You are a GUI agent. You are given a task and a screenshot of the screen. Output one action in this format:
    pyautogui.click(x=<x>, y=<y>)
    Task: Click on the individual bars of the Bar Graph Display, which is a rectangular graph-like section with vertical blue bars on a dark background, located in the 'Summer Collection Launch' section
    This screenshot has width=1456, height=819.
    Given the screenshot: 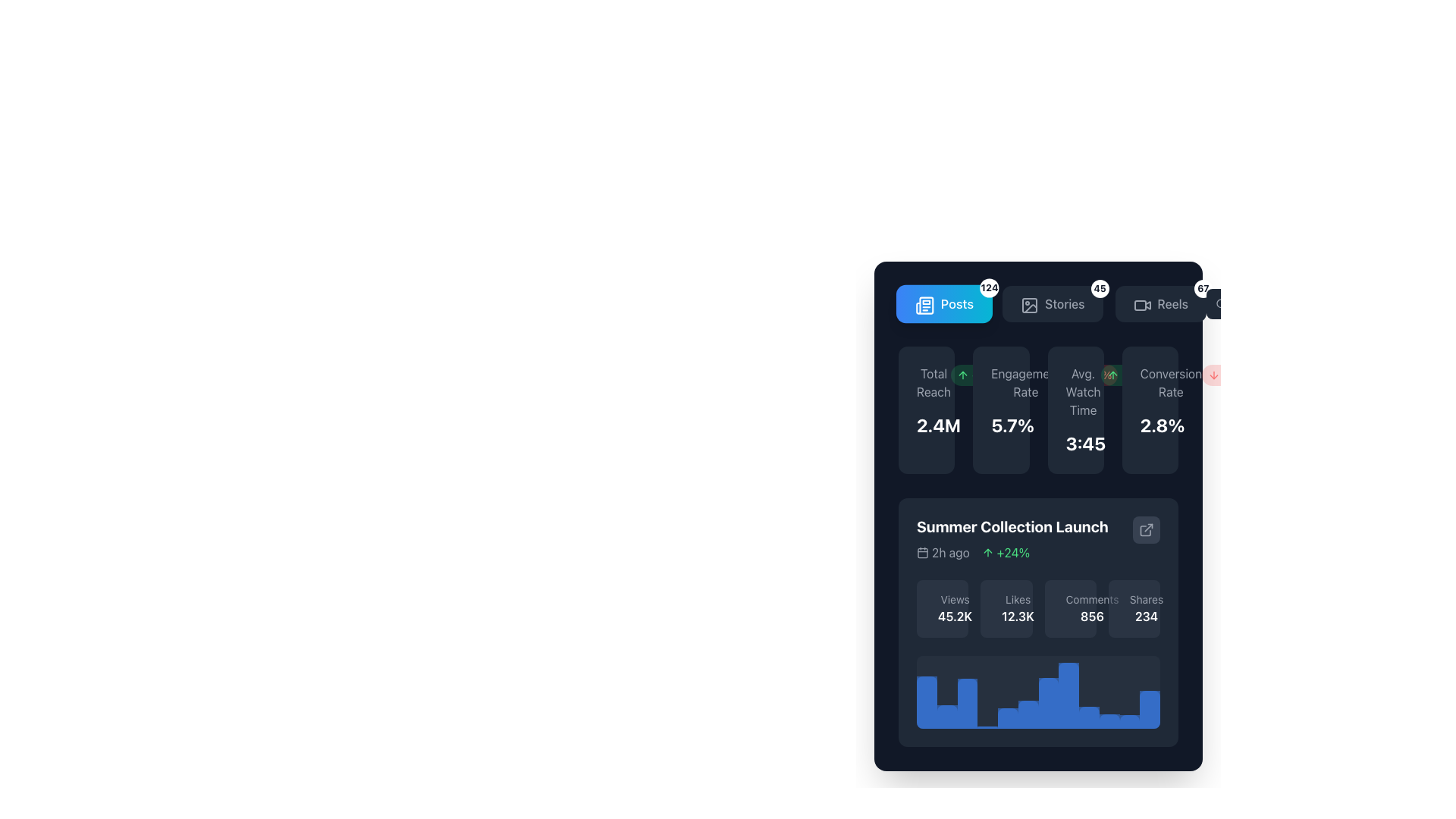 What is the action you would take?
    pyautogui.click(x=1037, y=692)
    